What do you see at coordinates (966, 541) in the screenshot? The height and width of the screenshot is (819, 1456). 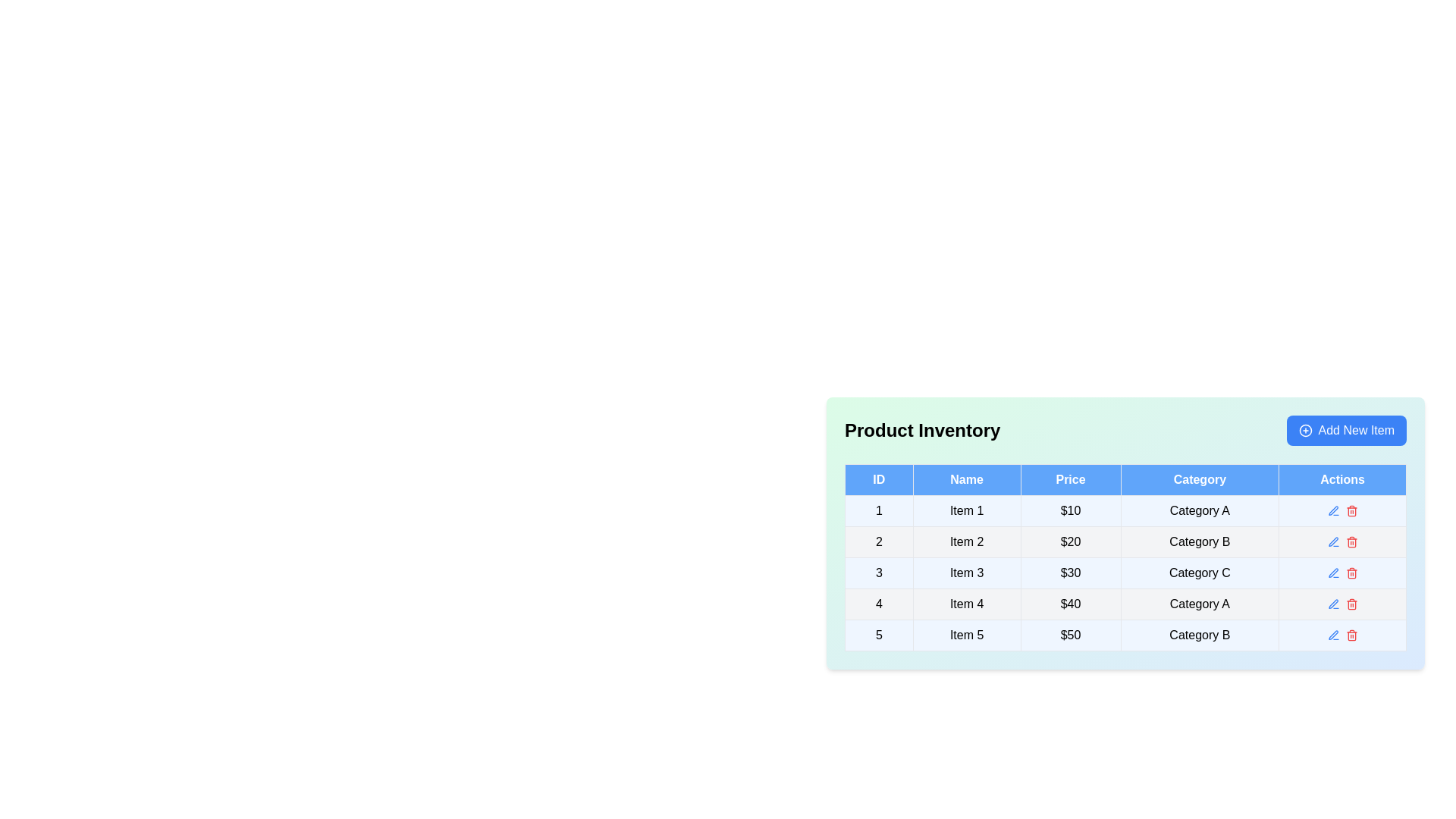 I see `text content of the Text Cell containing 'Item 2' in the 'Product Inventory' table, located in the second row under the 'Name' column` at bounding box center [966, 541].